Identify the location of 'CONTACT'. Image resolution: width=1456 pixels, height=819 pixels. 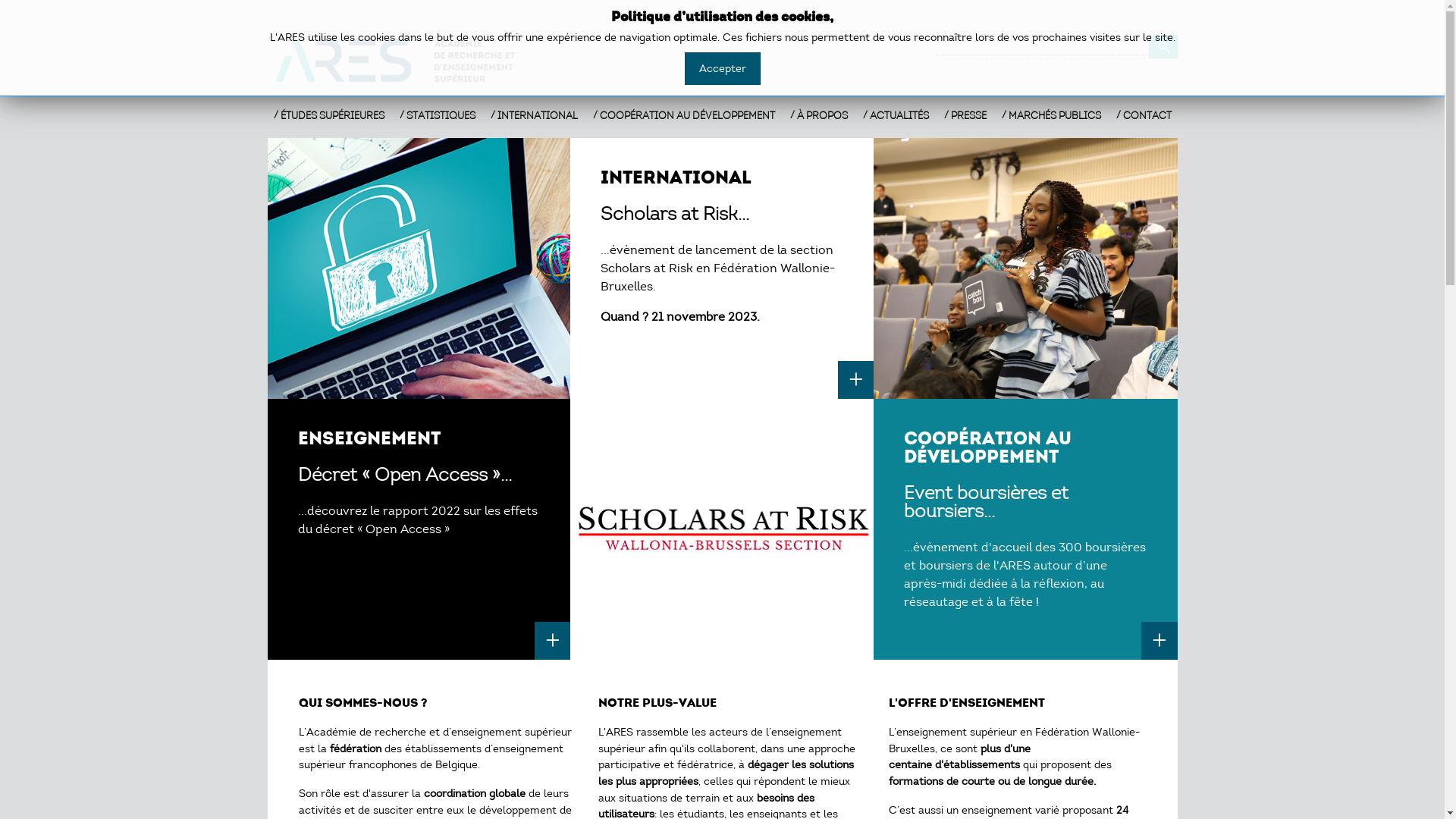
(1144, 115).